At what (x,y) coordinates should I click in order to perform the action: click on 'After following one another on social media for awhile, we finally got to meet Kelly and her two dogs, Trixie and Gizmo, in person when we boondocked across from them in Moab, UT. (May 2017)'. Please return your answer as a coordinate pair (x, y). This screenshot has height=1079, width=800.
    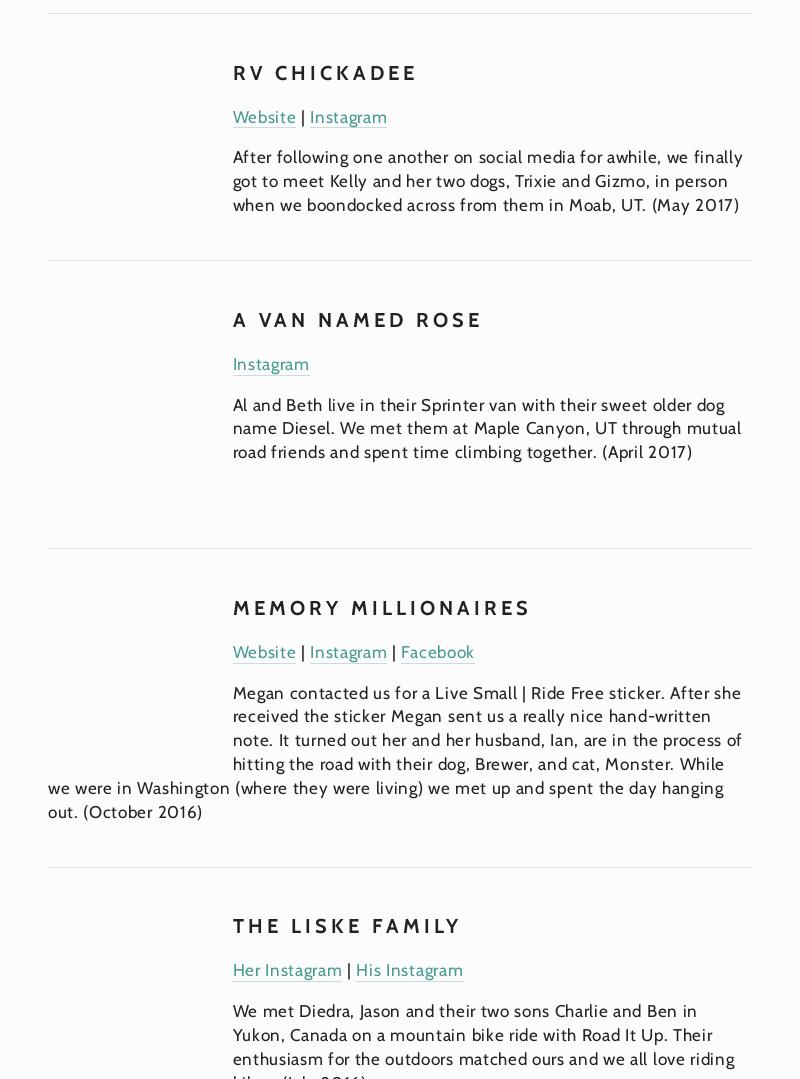
    Looking at the image, I should click on (490, 180).